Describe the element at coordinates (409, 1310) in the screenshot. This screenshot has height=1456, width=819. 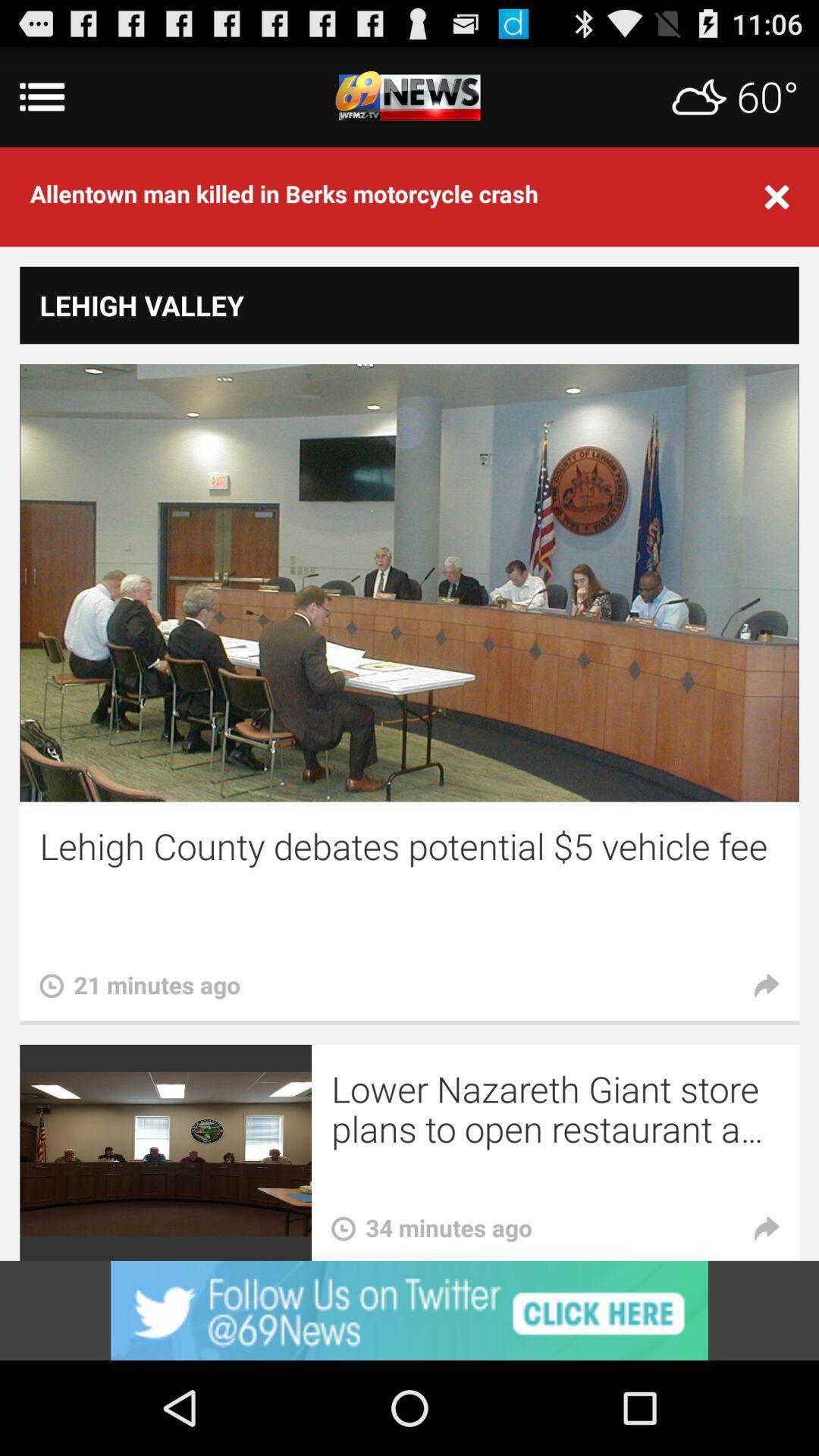
I see `click for advertisement` at that location.